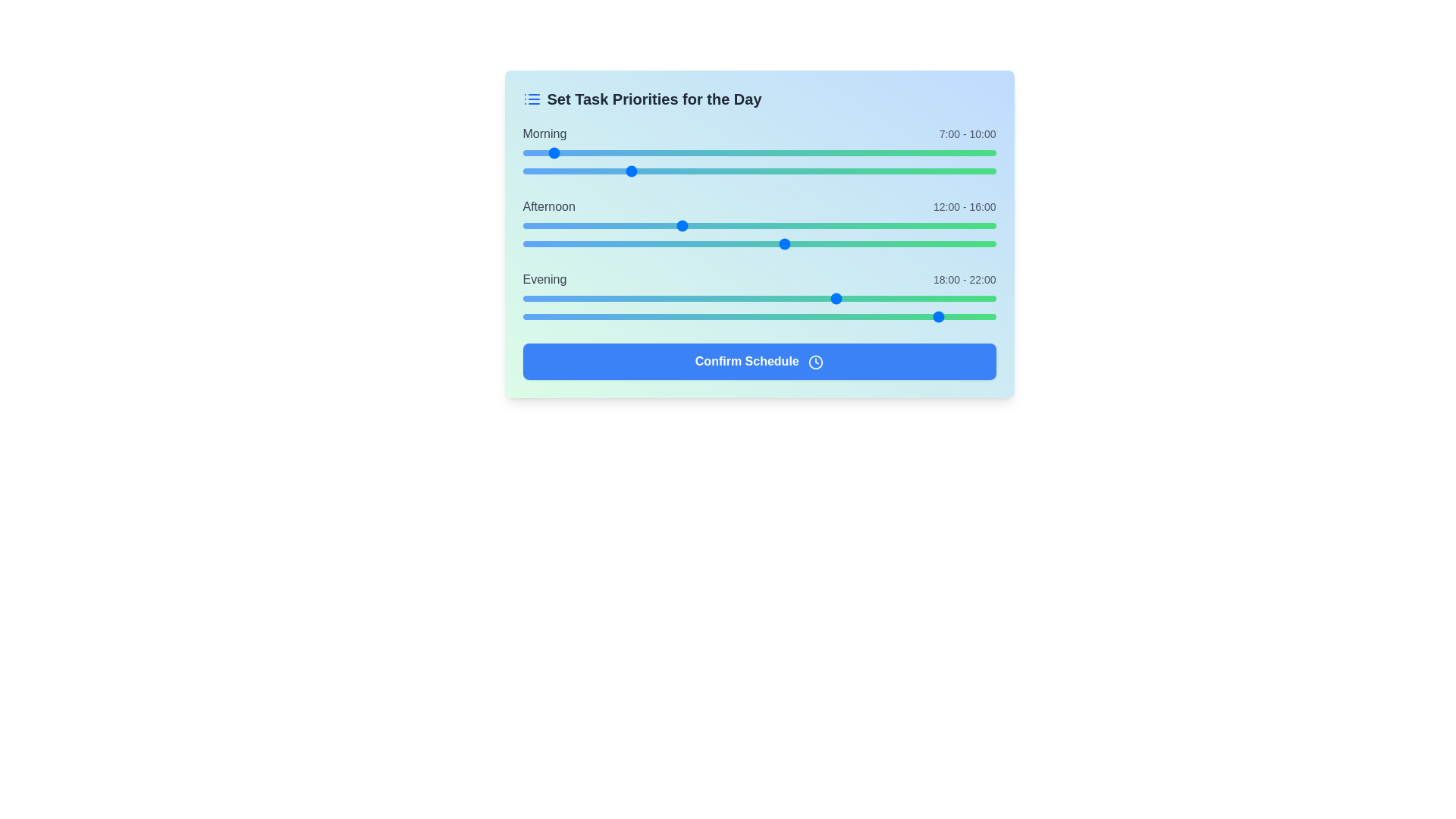 The height and width of the screenshot is (819, 1456). Describe the element at coordinates (759, 362) in the screenshot. I see `the 'Confirm Schedule' button to save changes` at that location.